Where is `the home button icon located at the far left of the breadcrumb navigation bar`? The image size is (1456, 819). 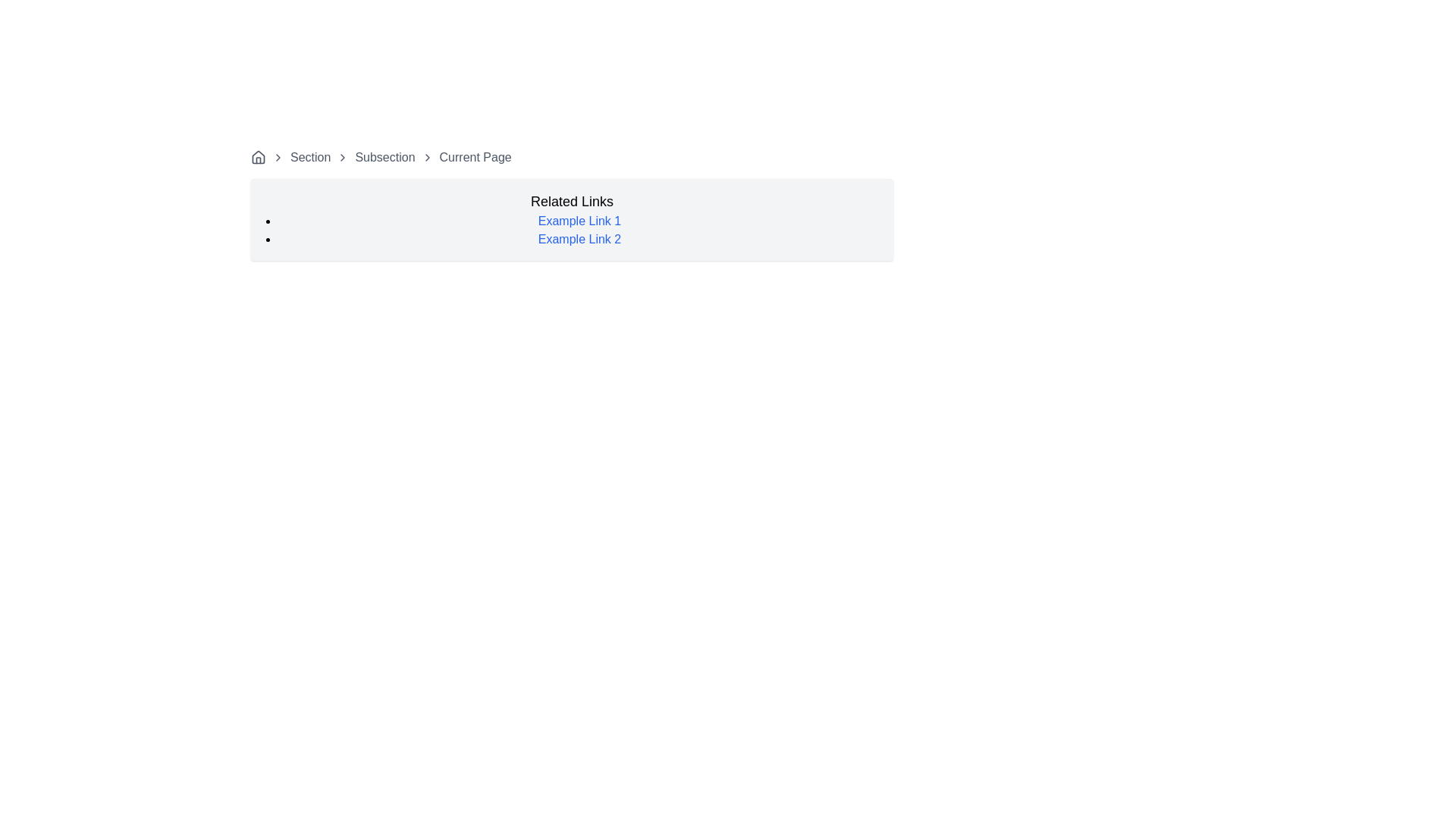 the home button icon located at the far left of the breadcrumb navigation bar is located at coordinates (258, 158).